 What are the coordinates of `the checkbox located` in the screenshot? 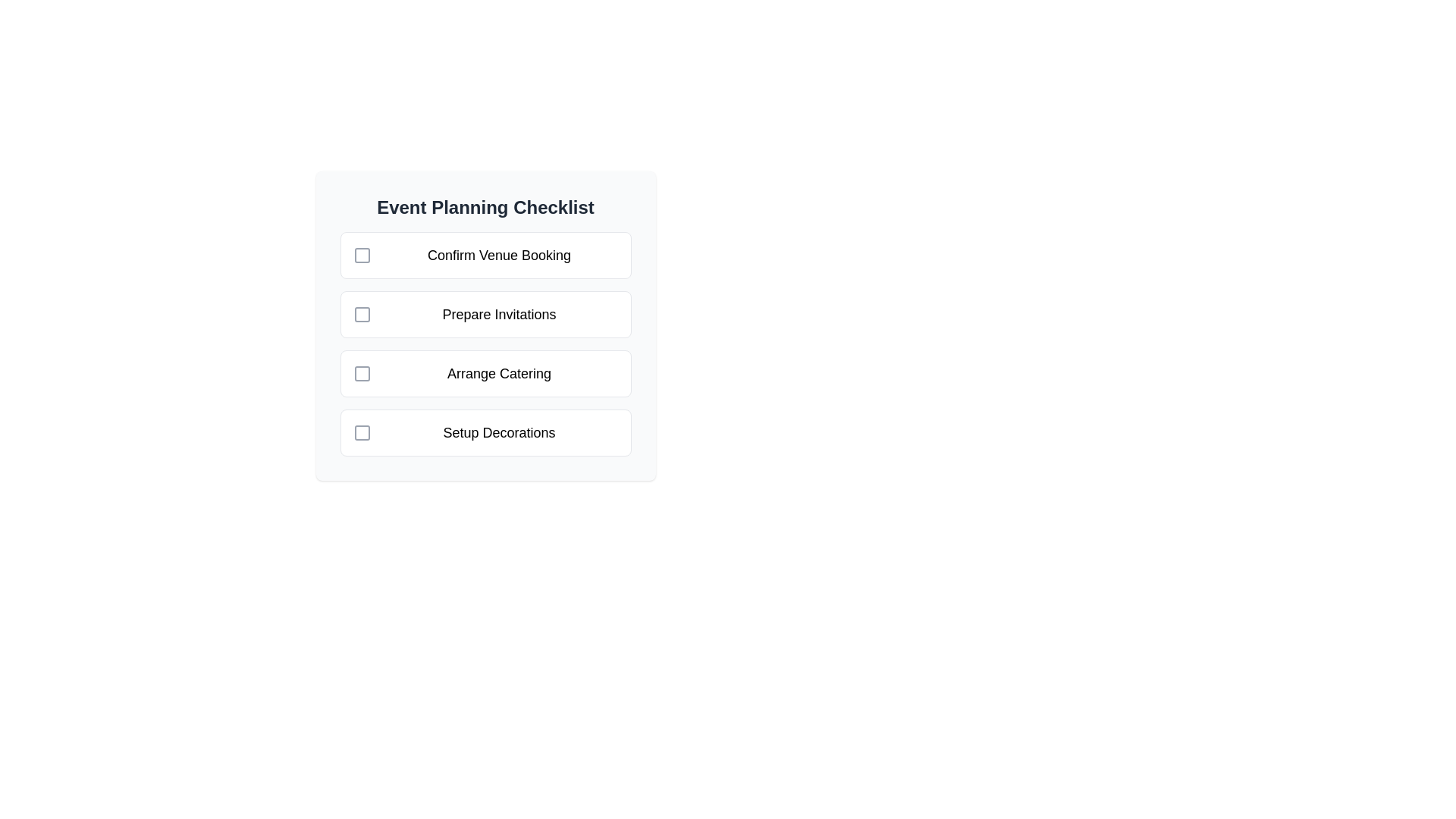 It's located at (361, 314).